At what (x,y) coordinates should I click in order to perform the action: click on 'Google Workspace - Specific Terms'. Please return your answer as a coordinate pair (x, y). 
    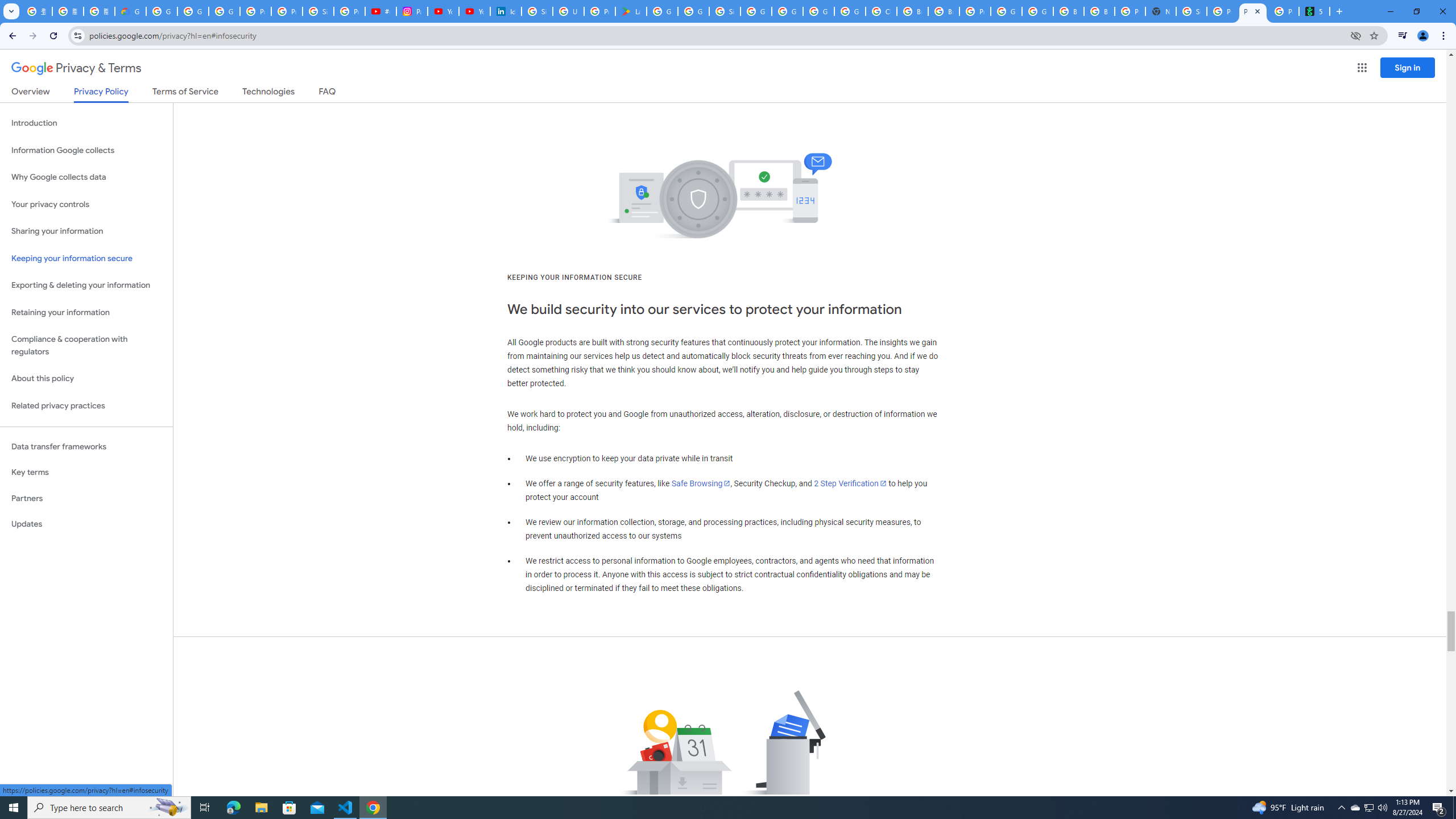
    Looking at the image, I should click on (693, 11).